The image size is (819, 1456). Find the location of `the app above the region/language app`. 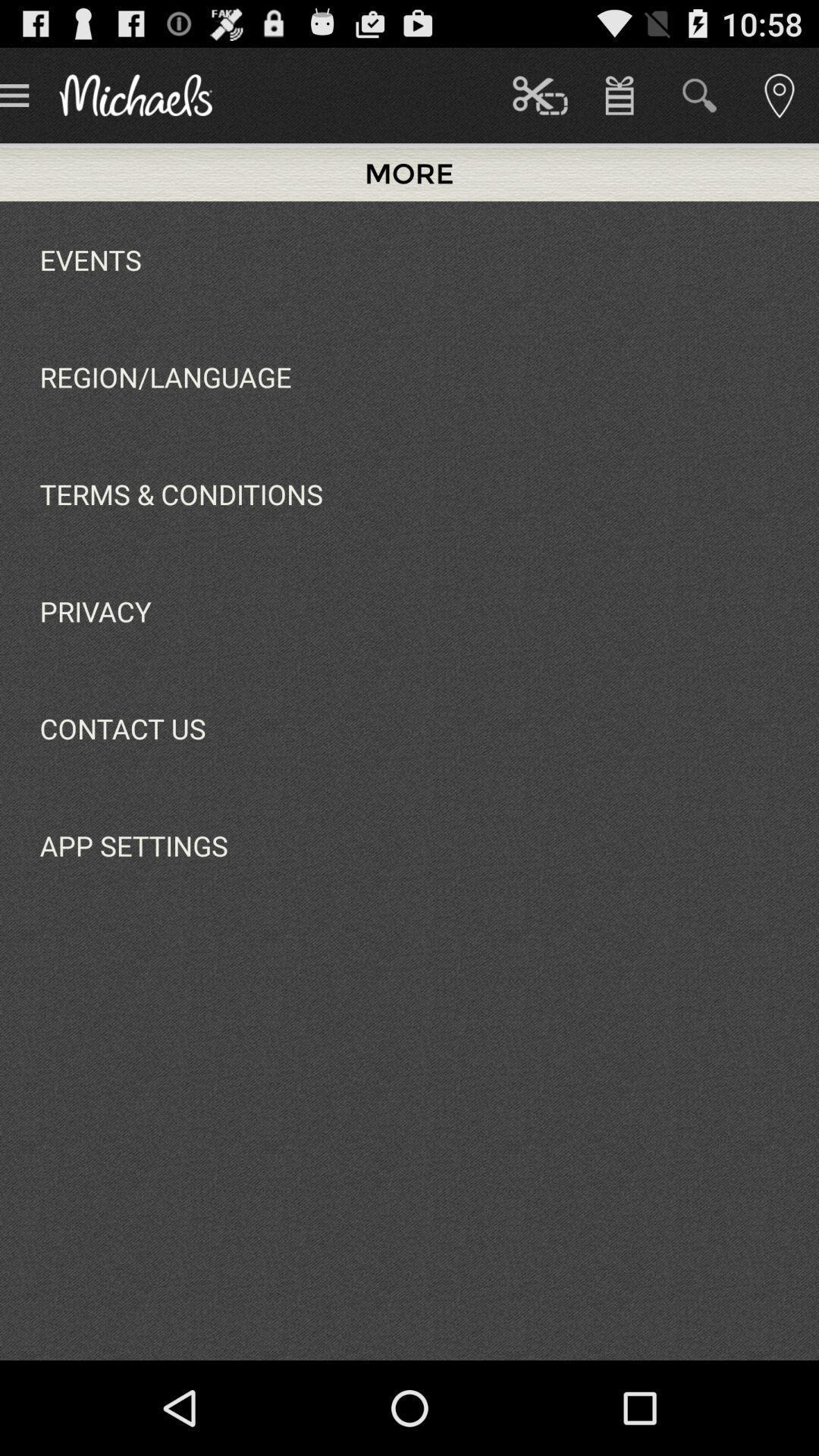

the app above the region/language app is located at coordinates (90, 259).